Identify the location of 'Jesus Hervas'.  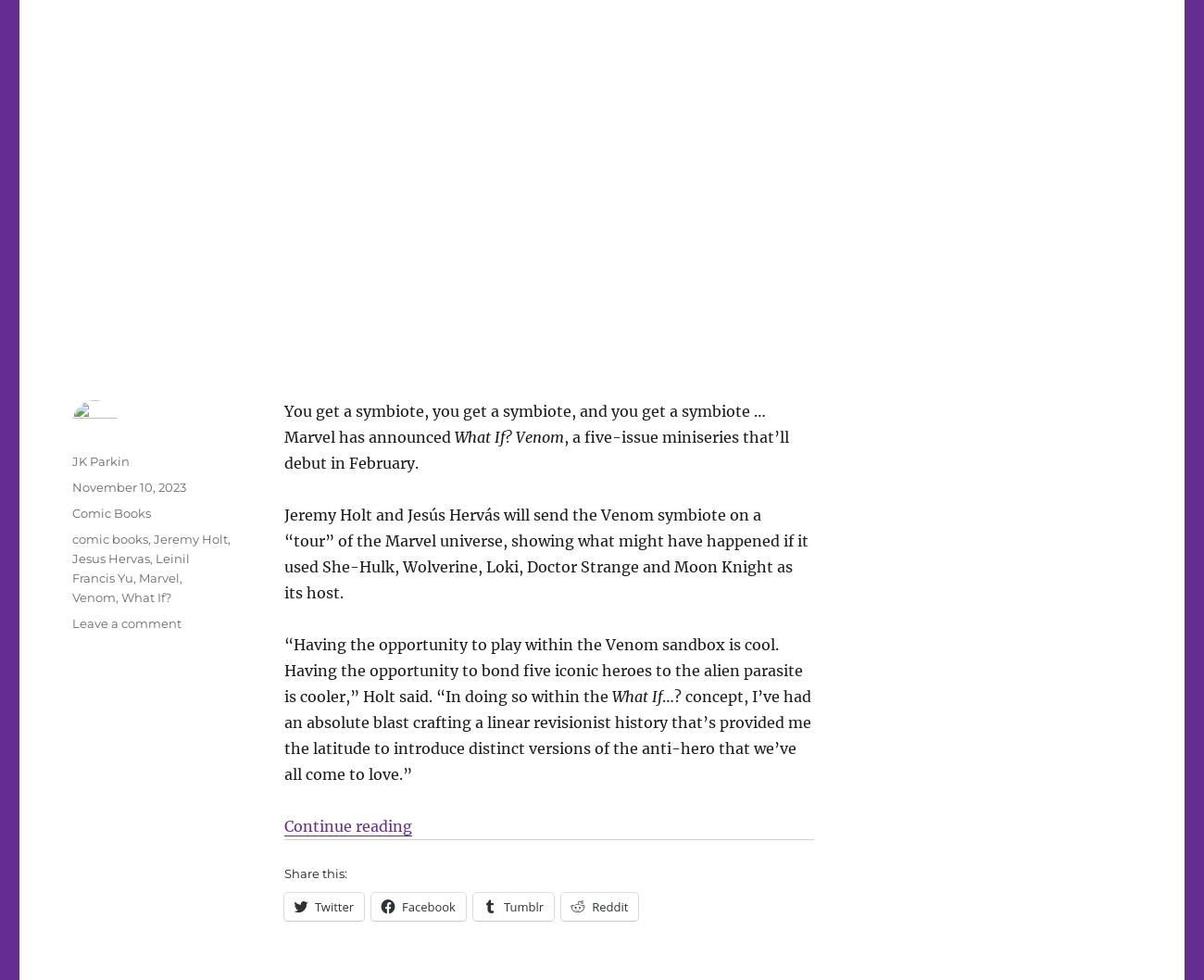
(72, 558).